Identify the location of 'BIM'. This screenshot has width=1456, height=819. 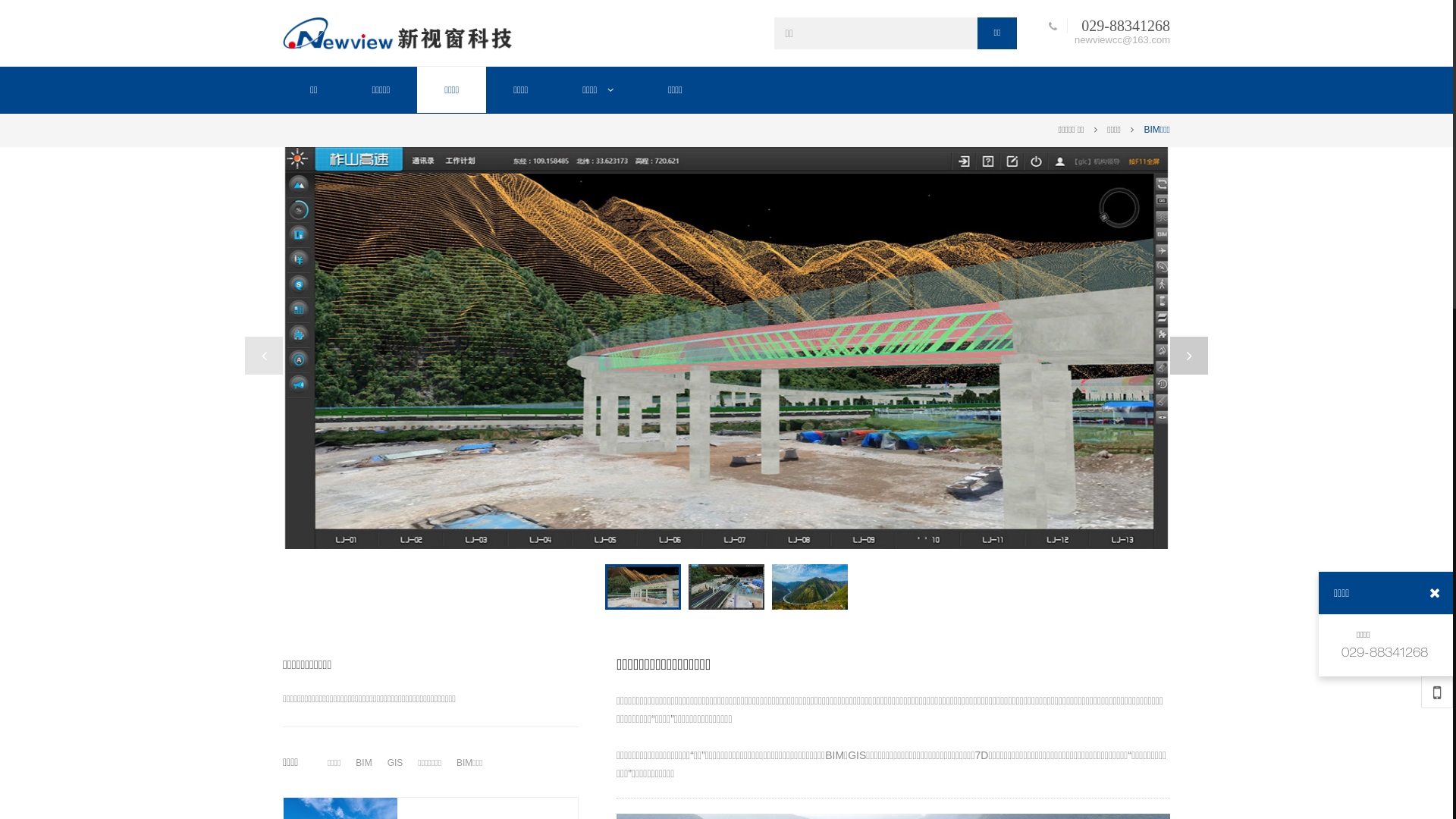
(362, 763).